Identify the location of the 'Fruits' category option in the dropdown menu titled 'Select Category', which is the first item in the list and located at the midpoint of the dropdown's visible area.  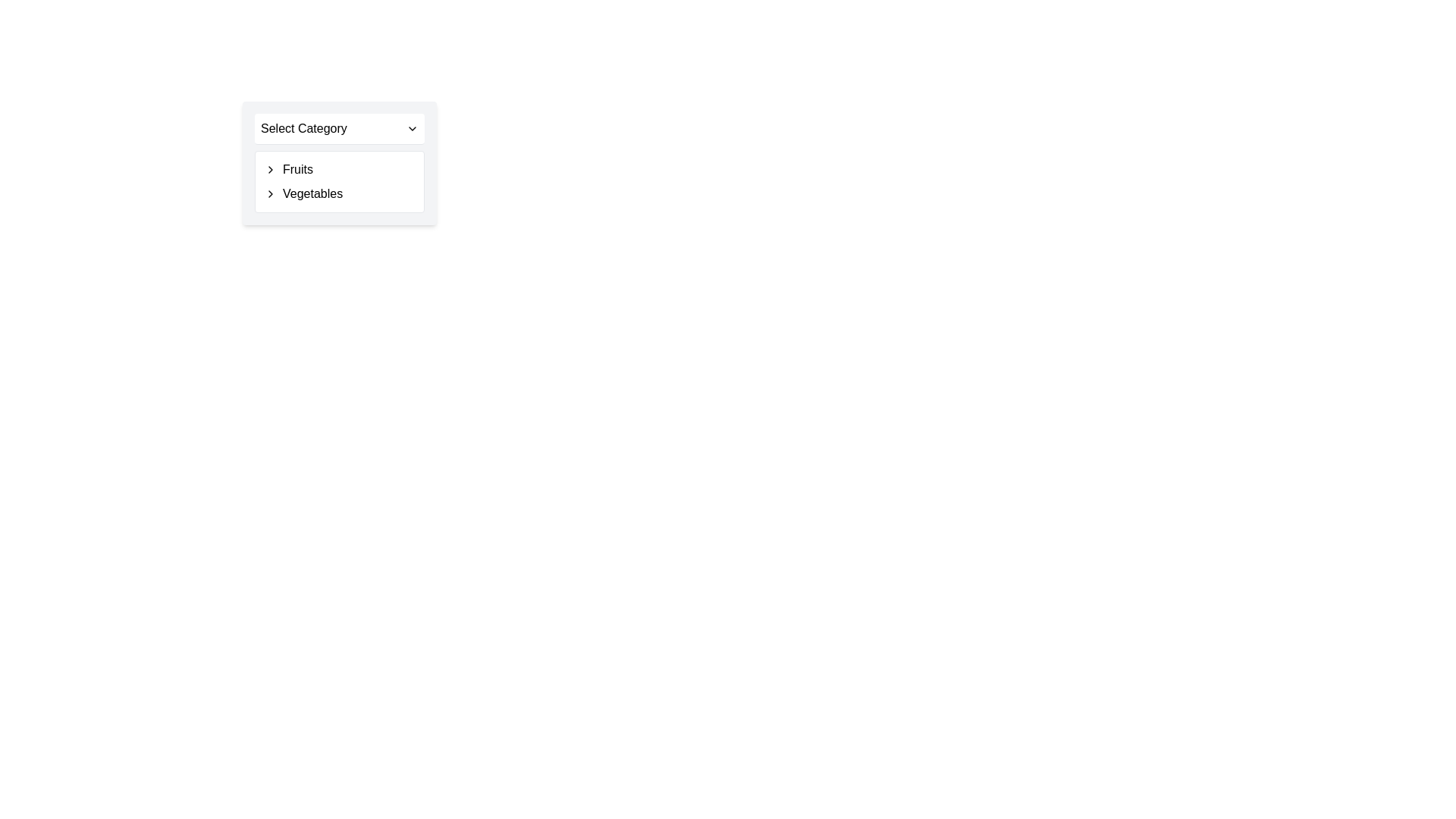
(338, 169).